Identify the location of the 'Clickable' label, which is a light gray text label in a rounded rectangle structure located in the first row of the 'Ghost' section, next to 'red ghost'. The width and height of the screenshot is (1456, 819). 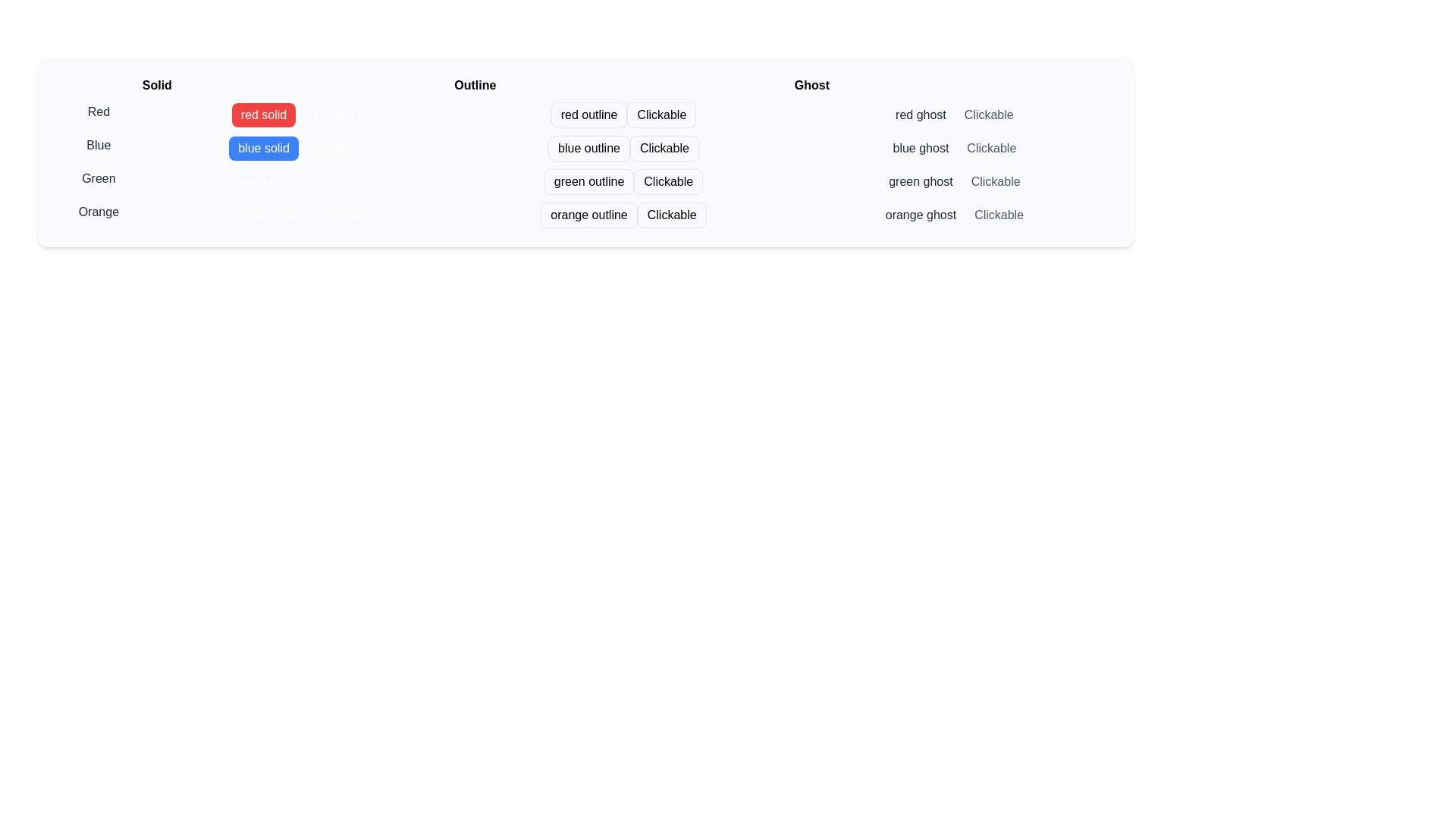
(989, 114).